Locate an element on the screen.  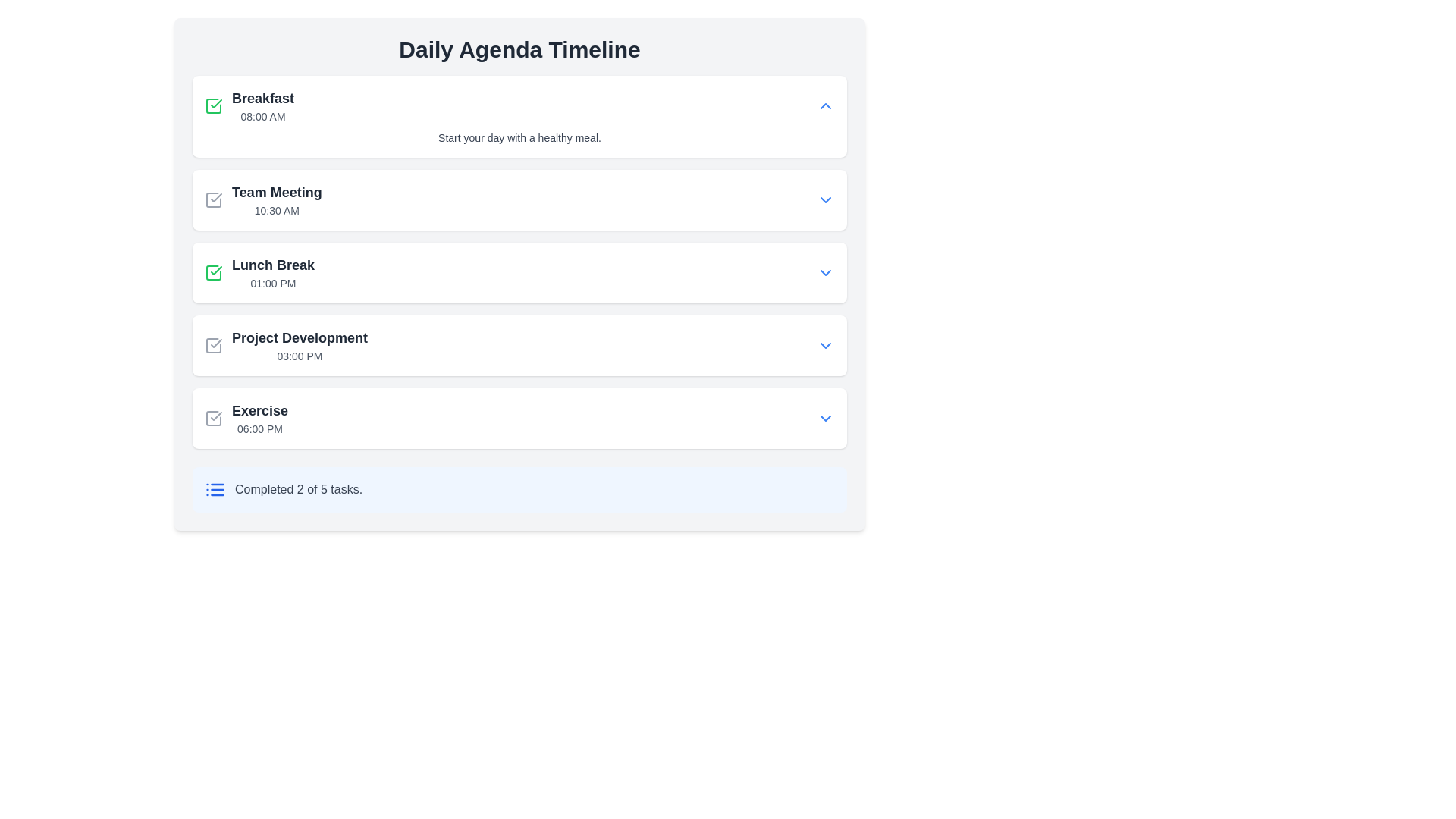
the Interactive icon (Chevron Down) located at the far right of the 'Project Development 03:00 PM' row to provide visual feedback is located at coordinates (825, 345).